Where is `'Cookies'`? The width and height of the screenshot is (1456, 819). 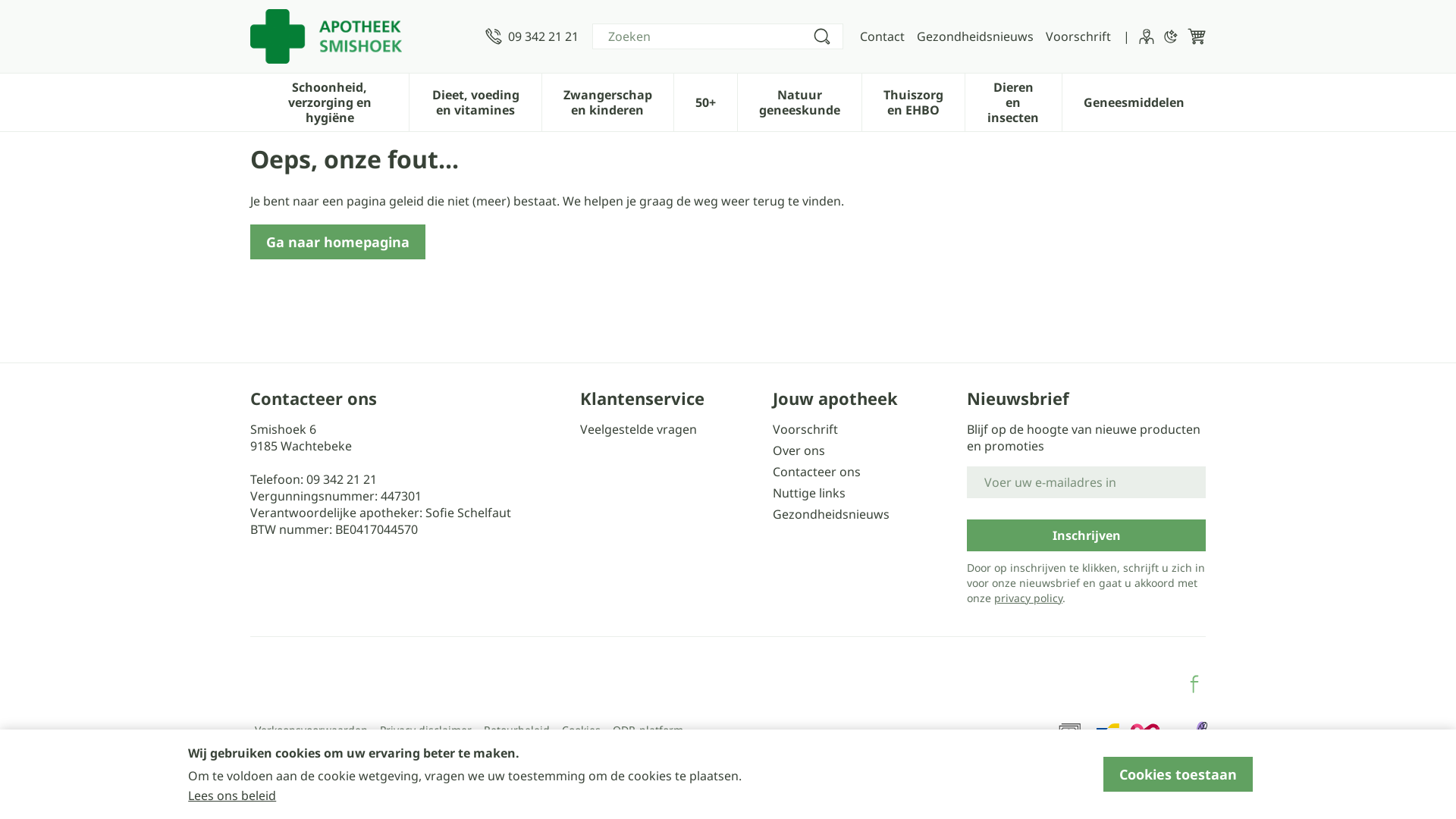
'Cookies' is located at coordinates (580, 730).